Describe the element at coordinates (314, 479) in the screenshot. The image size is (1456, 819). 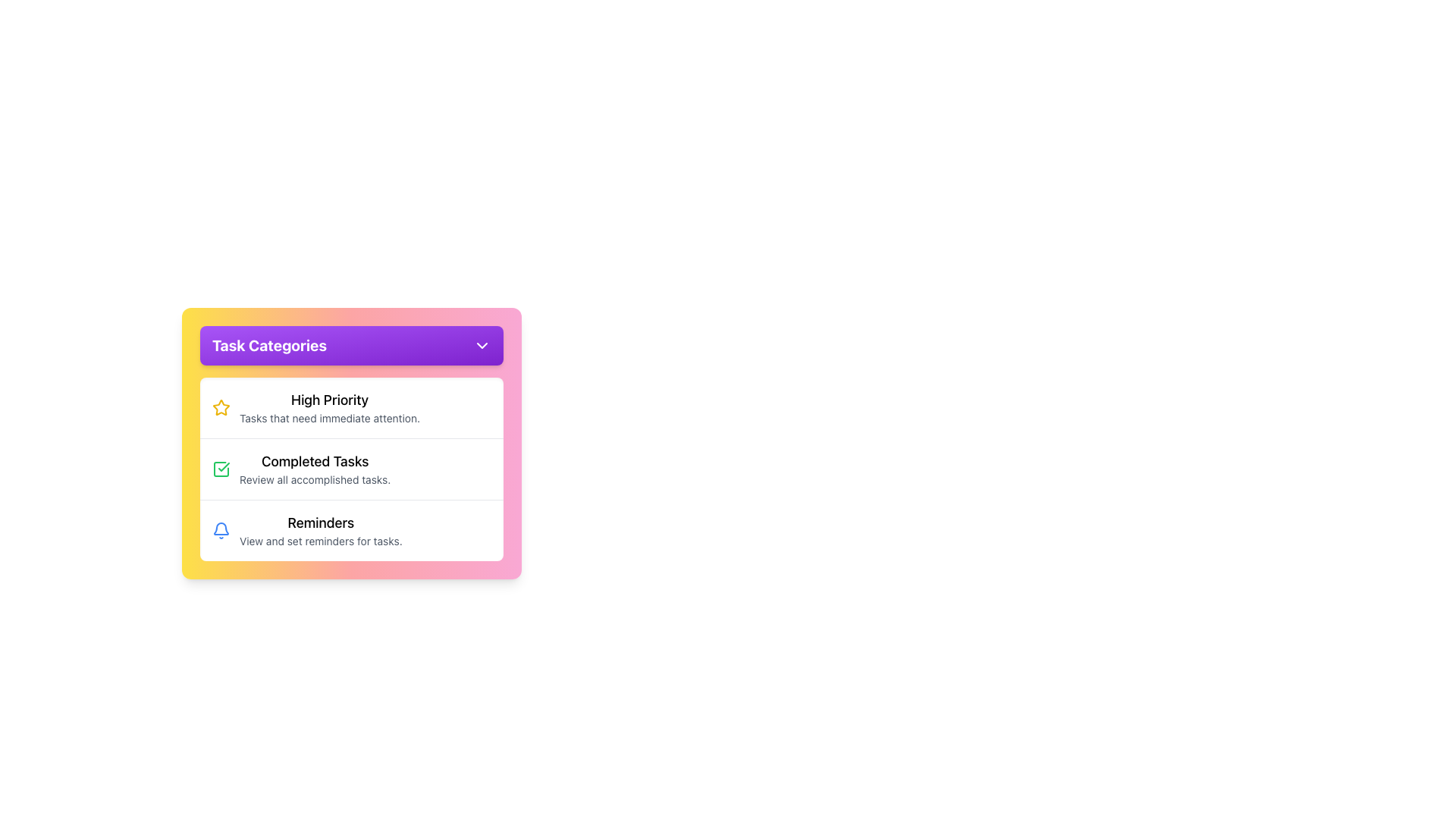
I see `the Text Label that provides additional information about the 'Completed Tasks' section, which is located beneath the 'Completed Tasks' heading in a centrally presented card` at that location.